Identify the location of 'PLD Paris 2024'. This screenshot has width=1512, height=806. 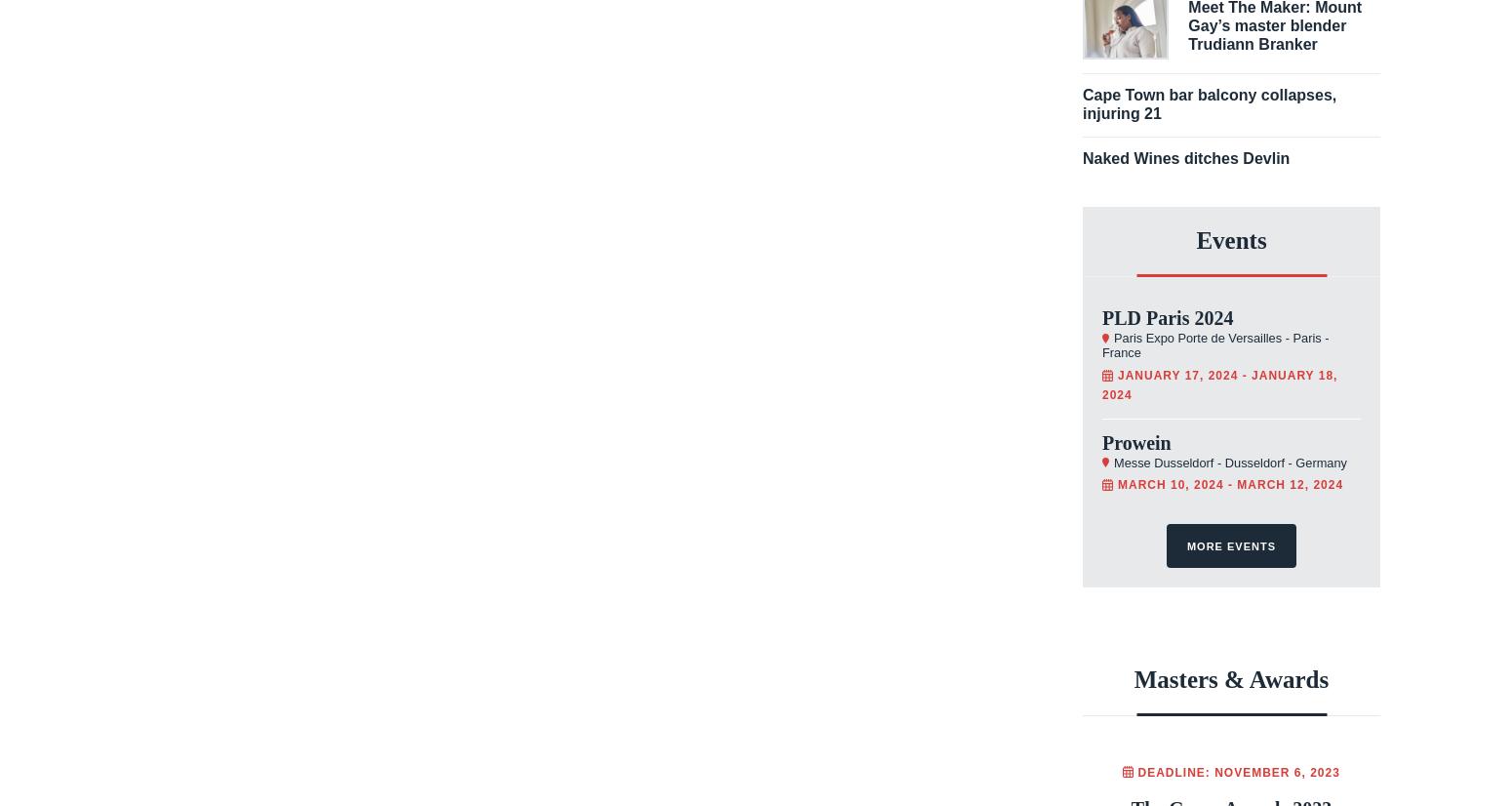
(1100, 317).